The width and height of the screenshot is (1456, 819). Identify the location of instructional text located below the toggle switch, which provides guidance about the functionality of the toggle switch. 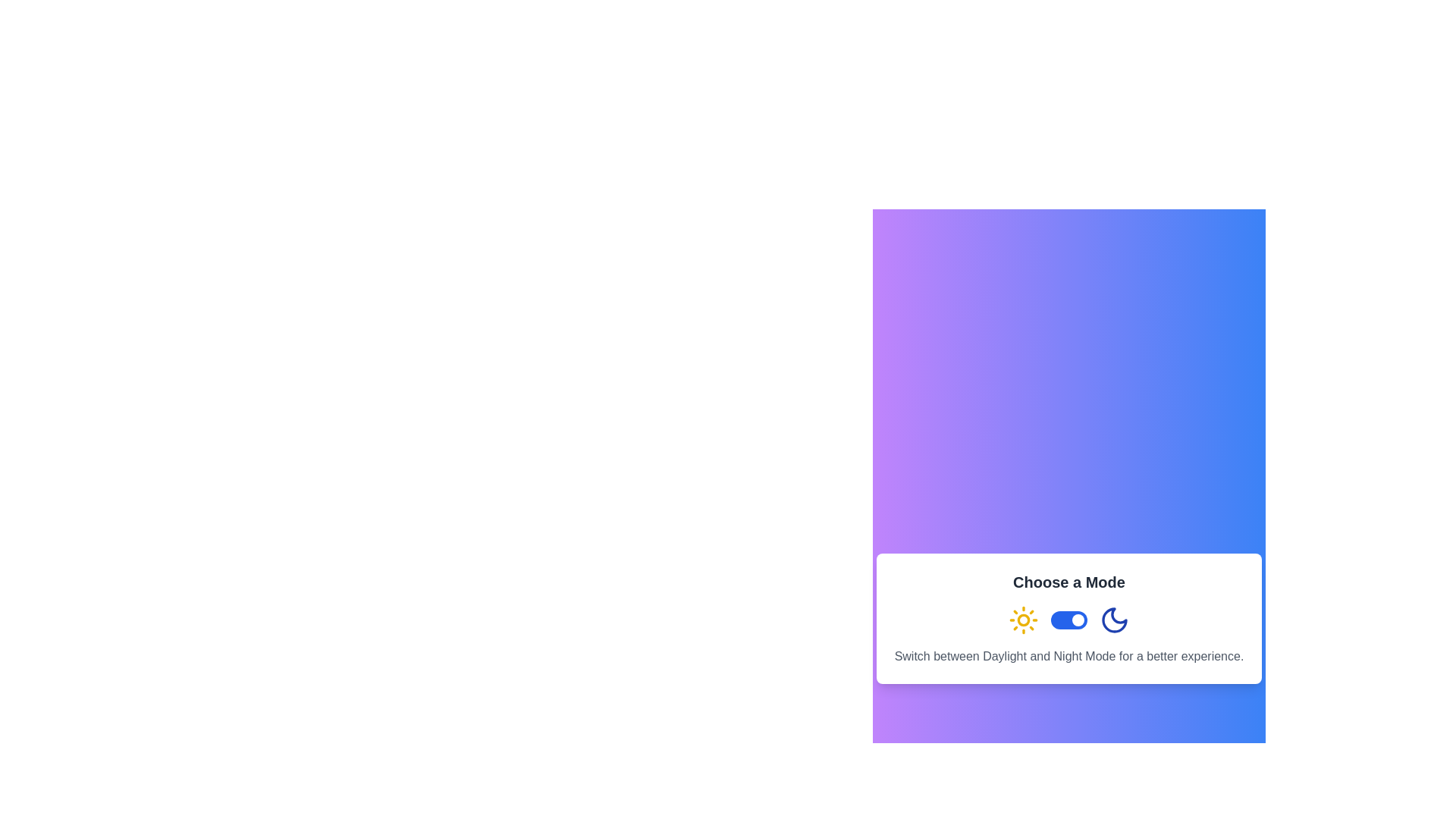
(1068, 656).